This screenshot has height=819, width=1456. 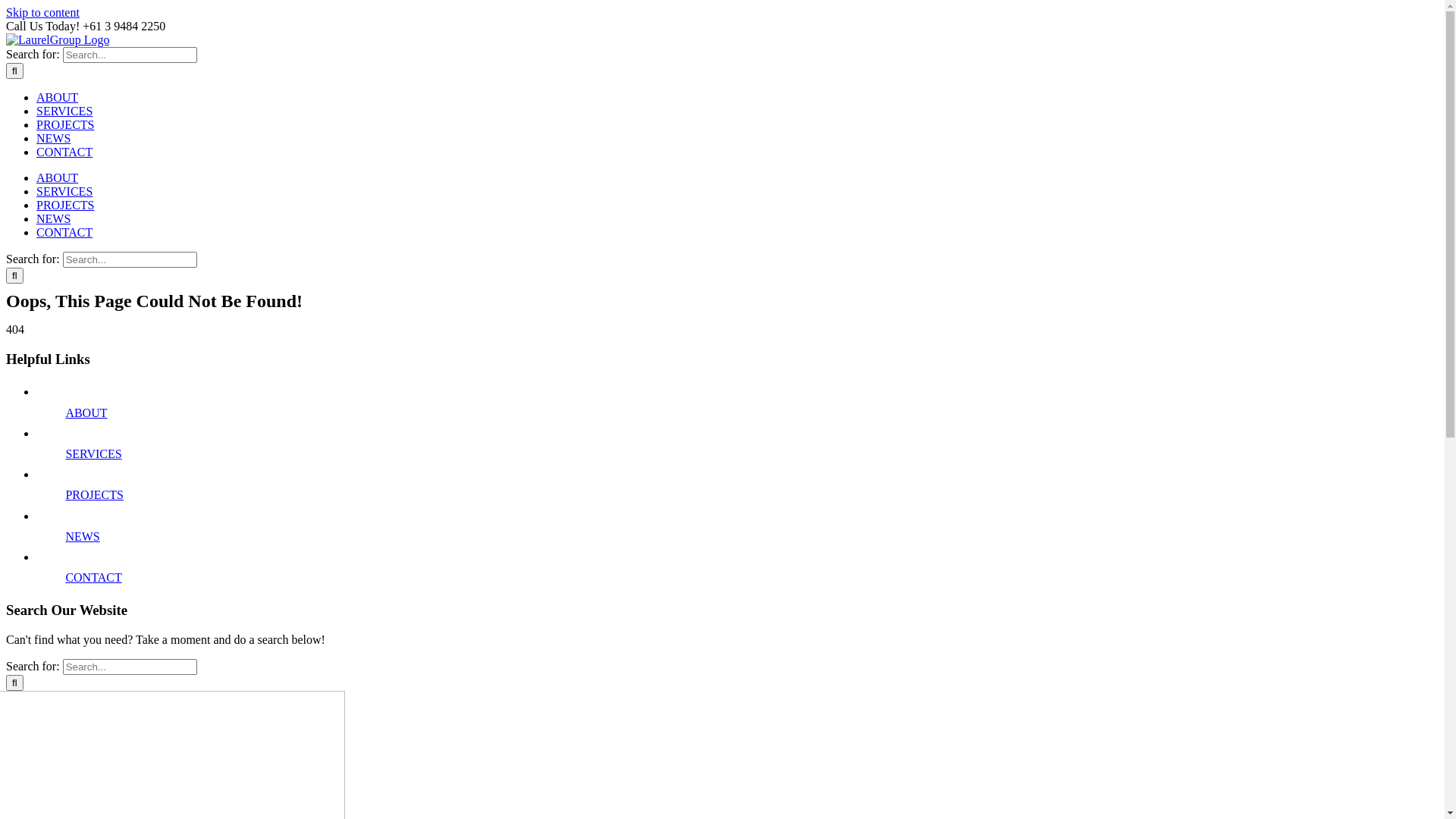 What do you see at coordinates (64, 577) in the screenshot?
I see `'CONTACT'` at bounding box center [64, 577].